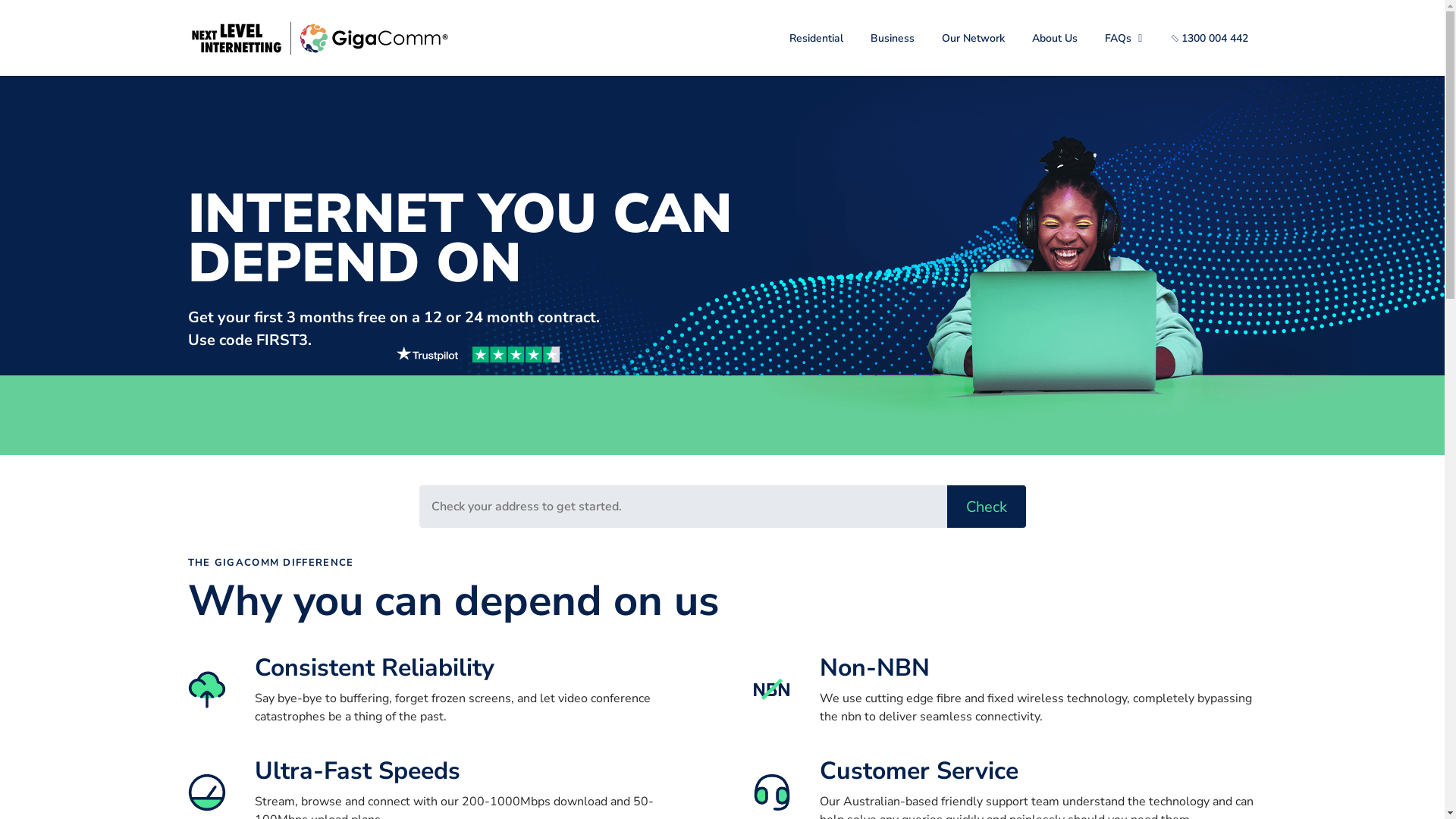 This screenshot has width=1456, height=819. I want to click on 'Our Network', so click(973, 36).